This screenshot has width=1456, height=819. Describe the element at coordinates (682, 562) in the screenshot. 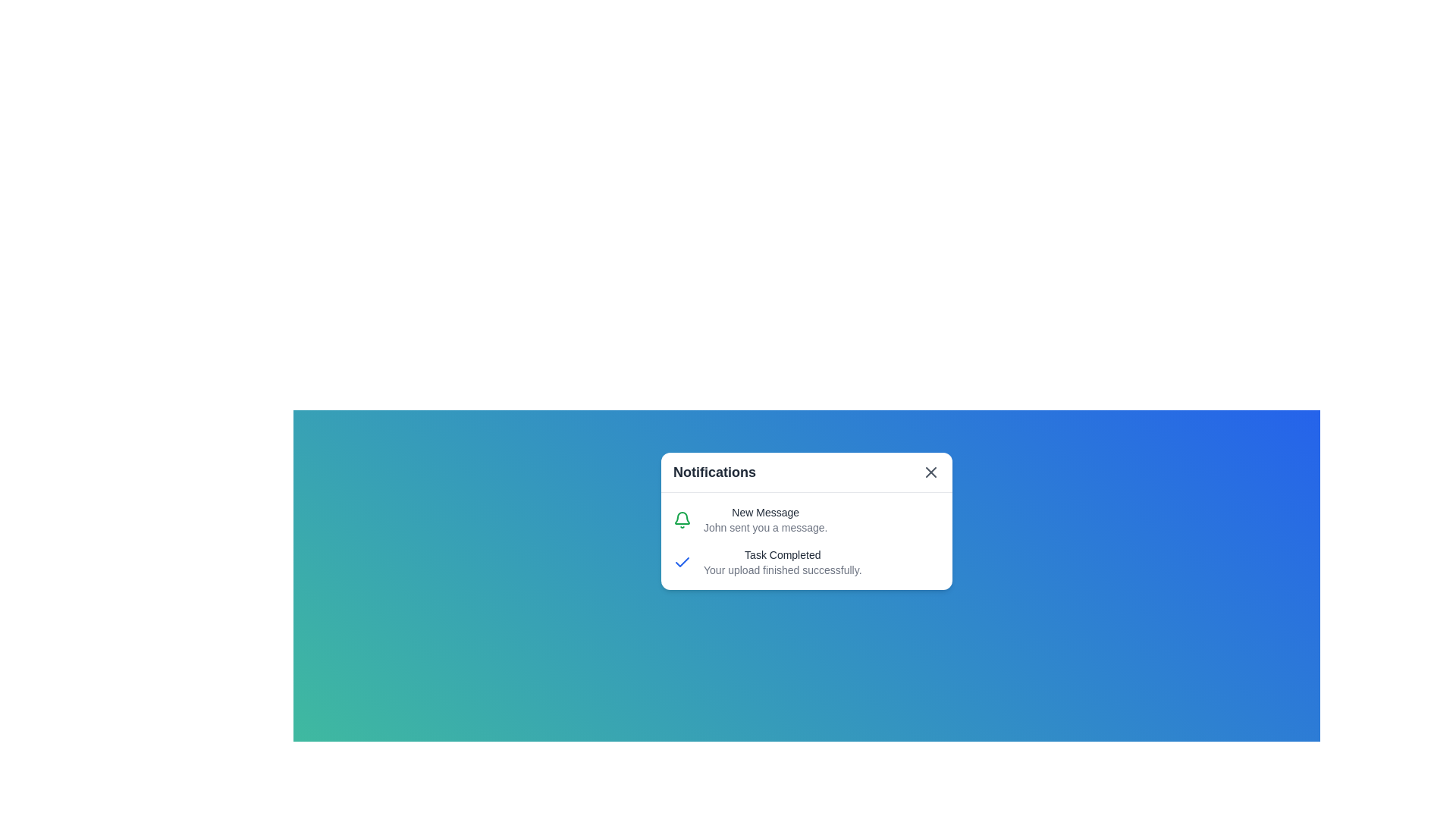

I see `the informational icon representing task completion located in the notification card under the text 'Task Completed' and to the left of 'Your upload finished successfully.'` at that location.